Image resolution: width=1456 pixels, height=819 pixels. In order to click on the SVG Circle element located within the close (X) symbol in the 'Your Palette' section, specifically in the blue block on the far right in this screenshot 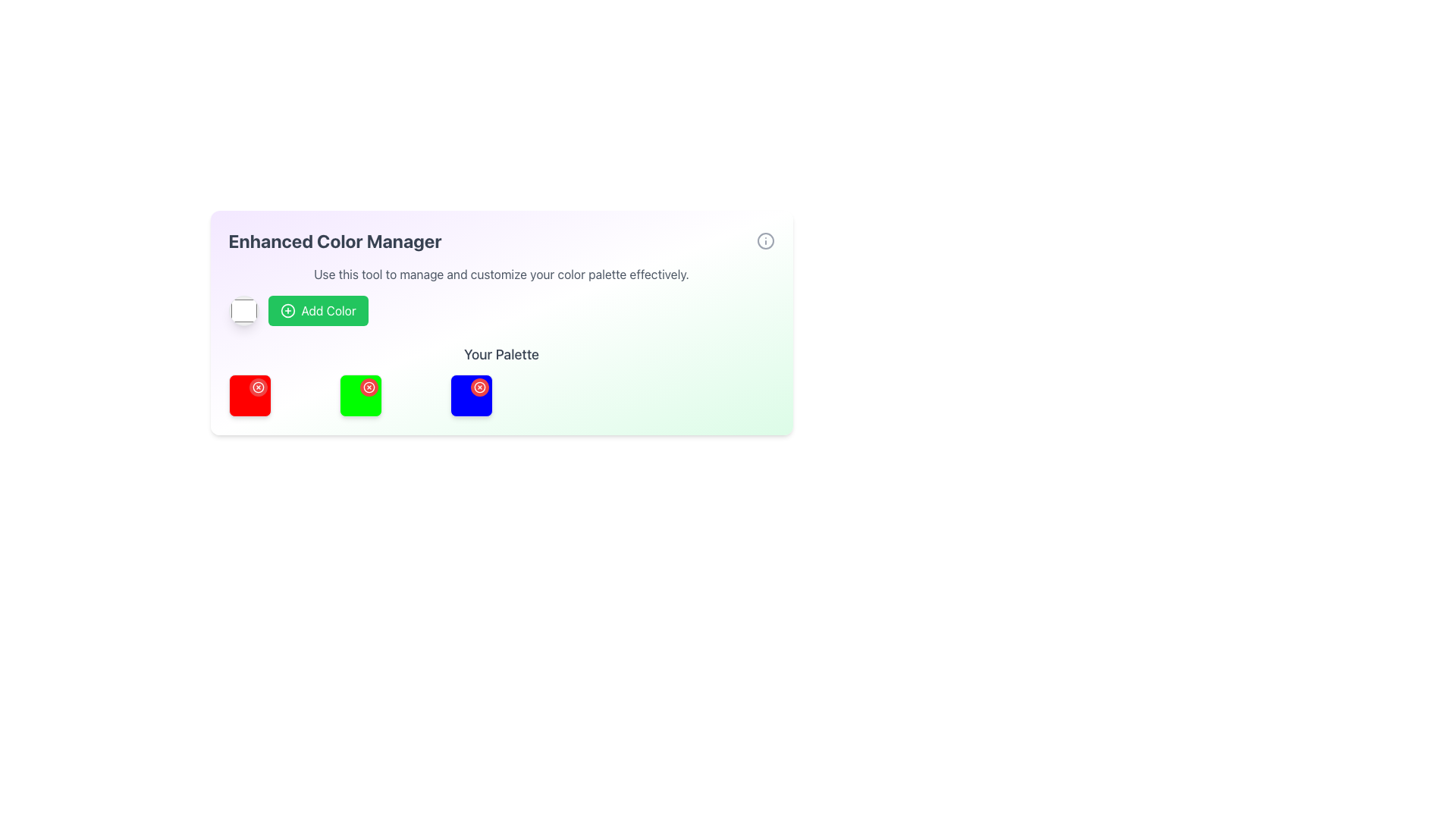, I will do `click(258, 386)`.